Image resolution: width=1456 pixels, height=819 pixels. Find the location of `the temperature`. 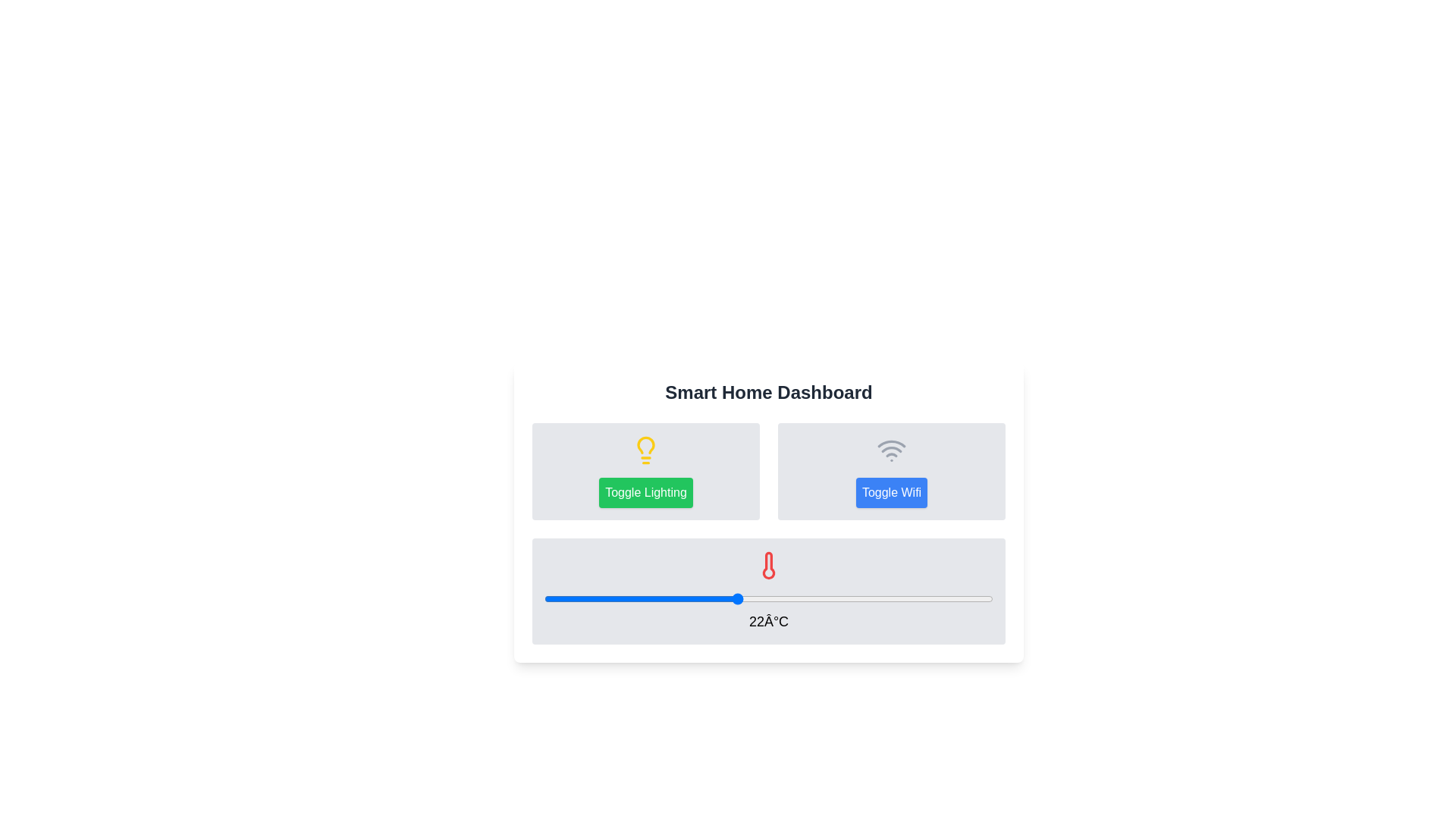

the temperature is located at coordinates (864, 598).